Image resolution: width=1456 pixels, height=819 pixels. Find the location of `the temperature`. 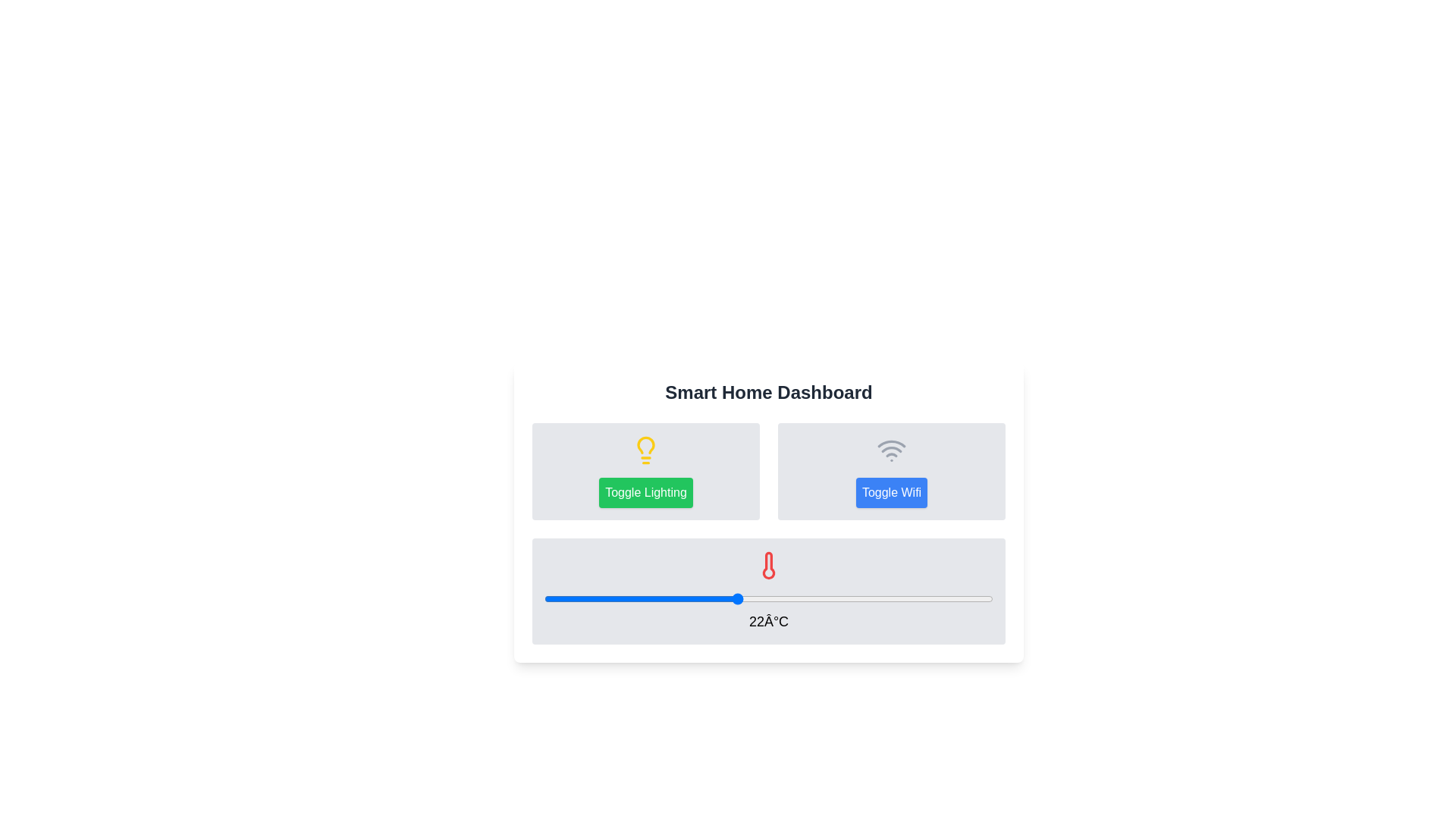

the temperature is located at coordinates (864, 598).